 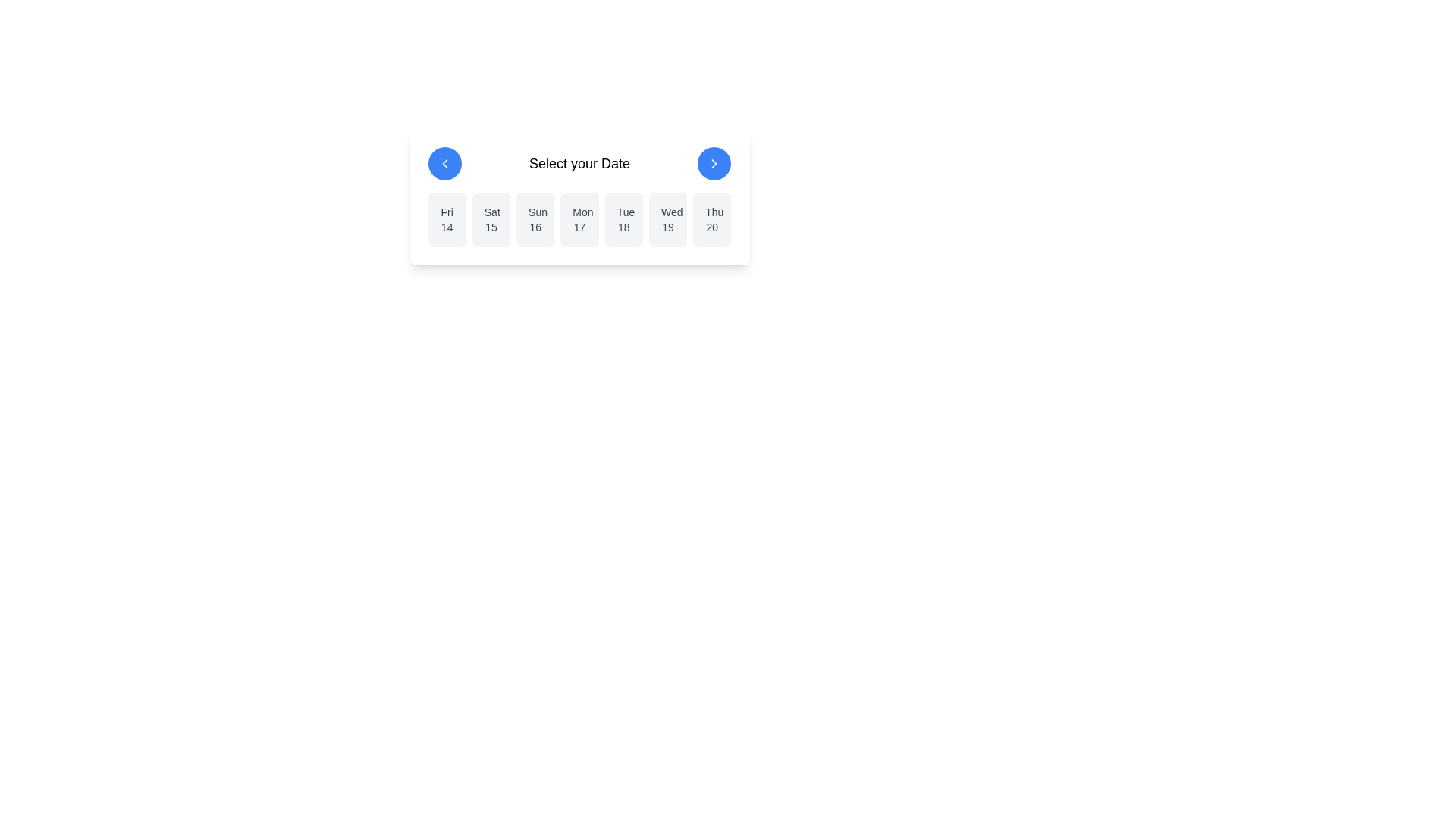 I want to click on the button representing Thursday, the 20th of the month, so click(x=711, y=219).